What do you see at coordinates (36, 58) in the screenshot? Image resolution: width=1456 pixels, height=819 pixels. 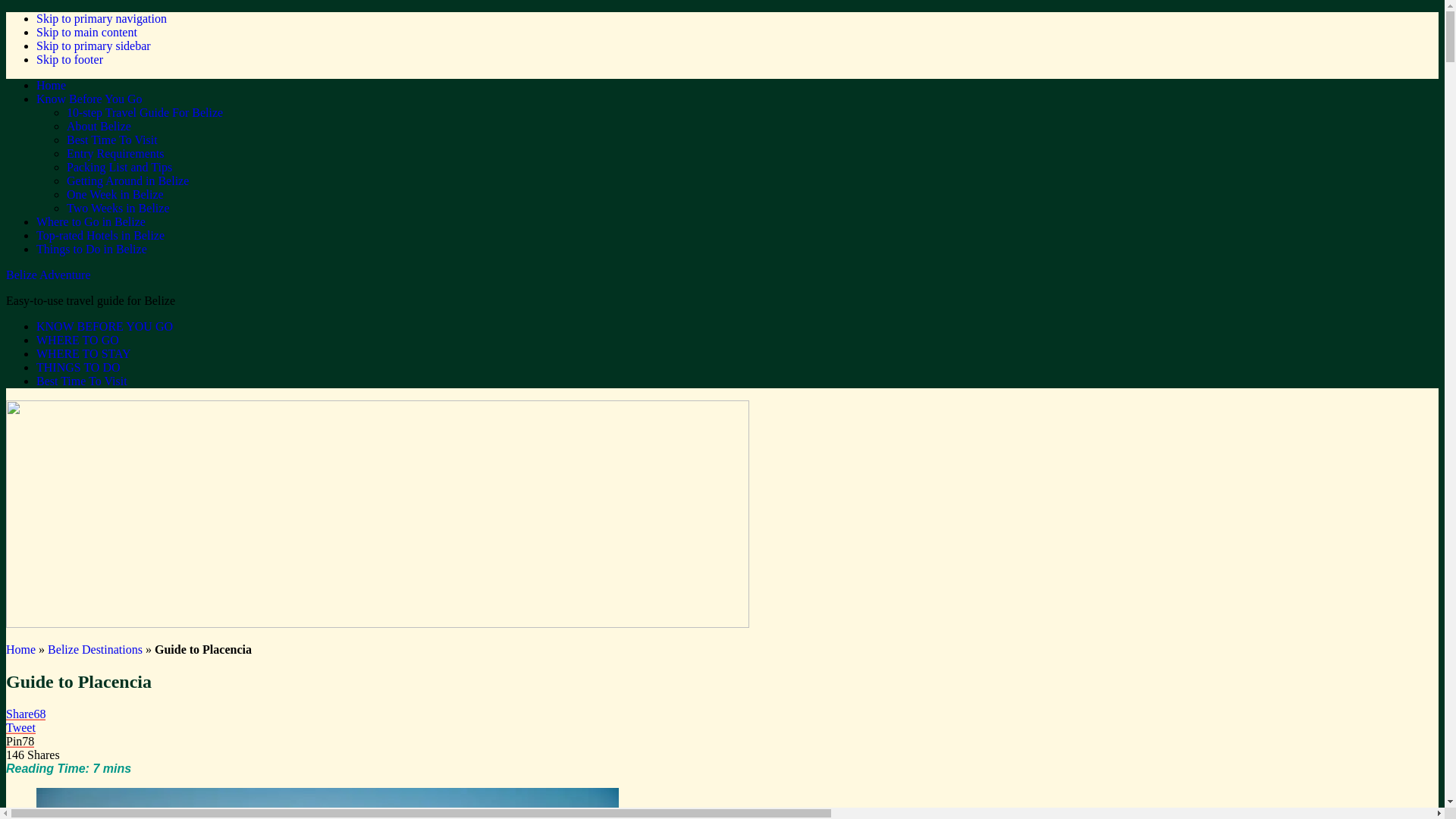 I see `'Skip to footer'` at bounding box center [36, 58].